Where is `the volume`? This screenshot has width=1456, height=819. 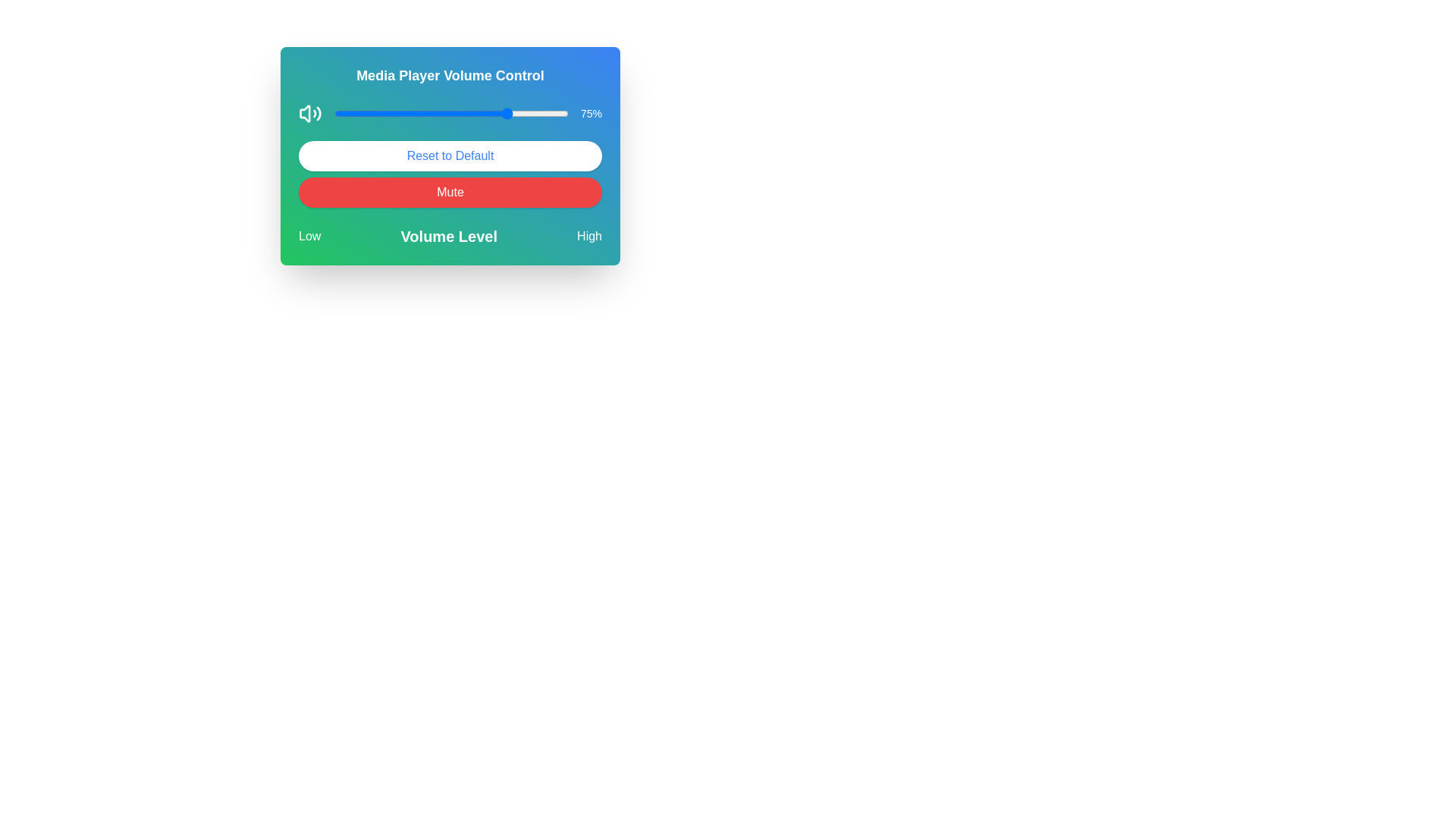
the volume is located at coordinates (385, 113).